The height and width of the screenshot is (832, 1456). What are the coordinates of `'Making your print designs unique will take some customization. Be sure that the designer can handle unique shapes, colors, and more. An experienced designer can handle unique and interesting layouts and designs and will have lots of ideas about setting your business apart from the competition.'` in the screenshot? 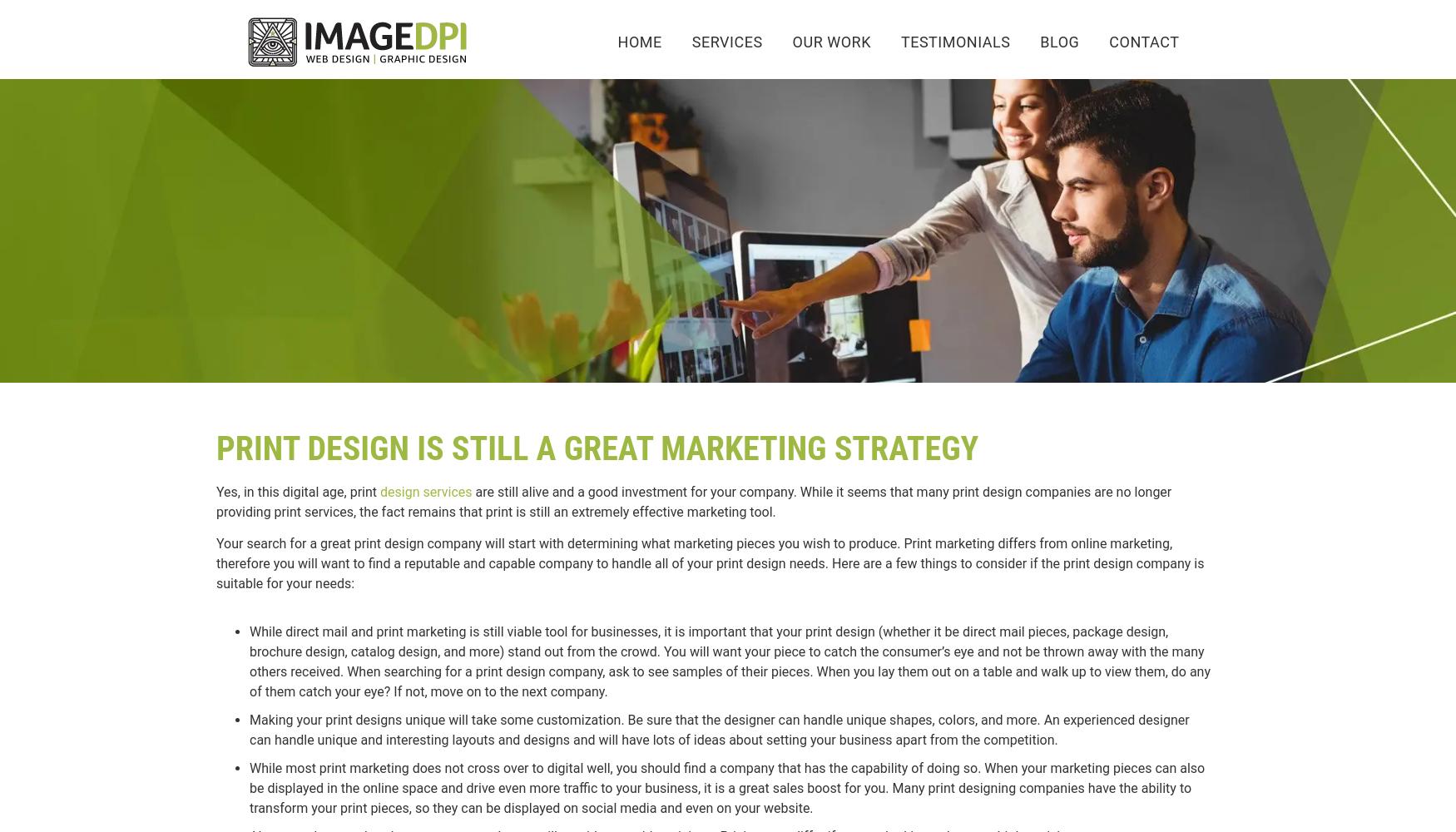 It's located at (719, 730).